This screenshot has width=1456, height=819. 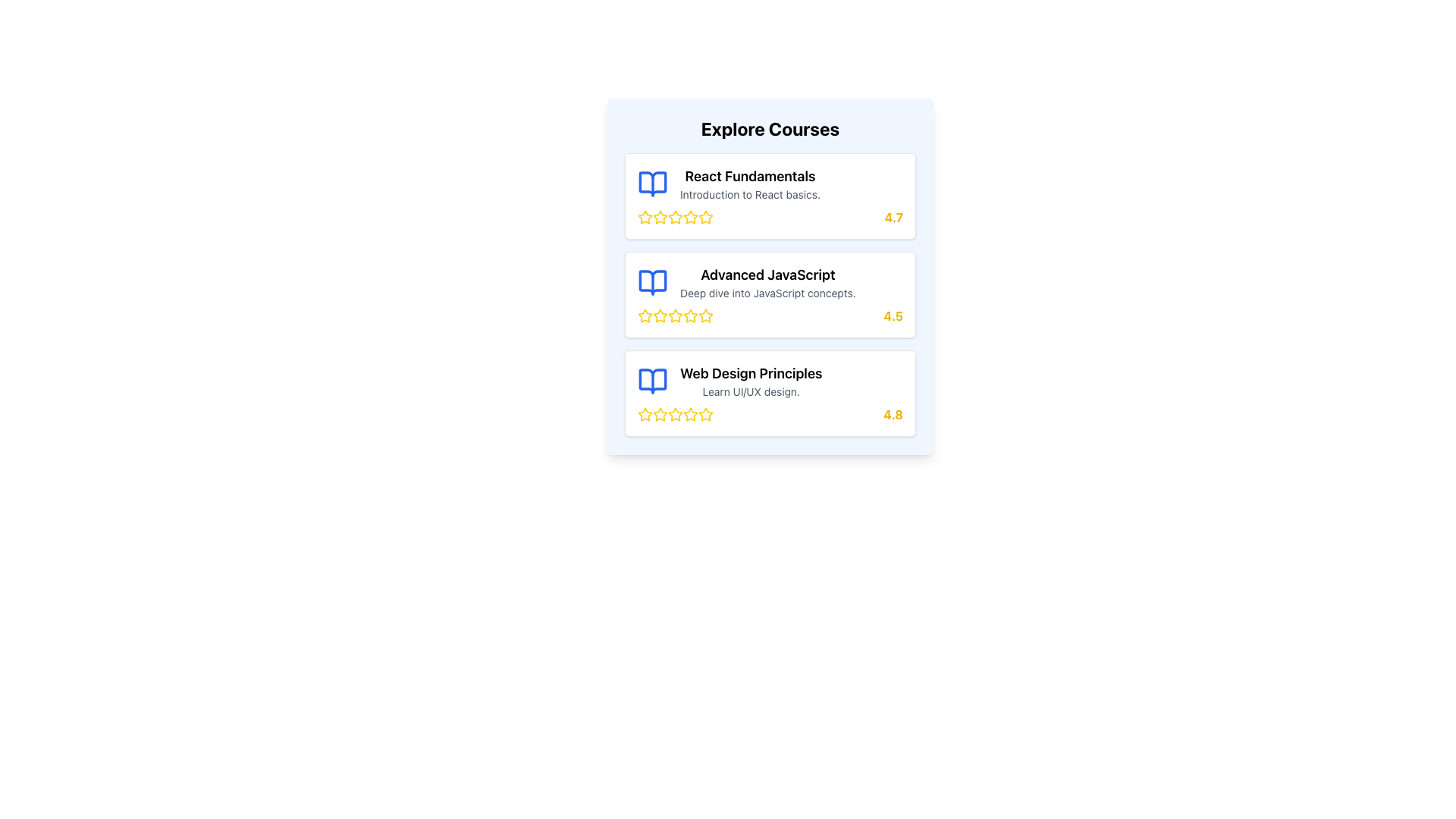 I want to click on the 5th star icon in the star rating system for the 'Advanced JavaScript' course, so click(x=690, y=315).